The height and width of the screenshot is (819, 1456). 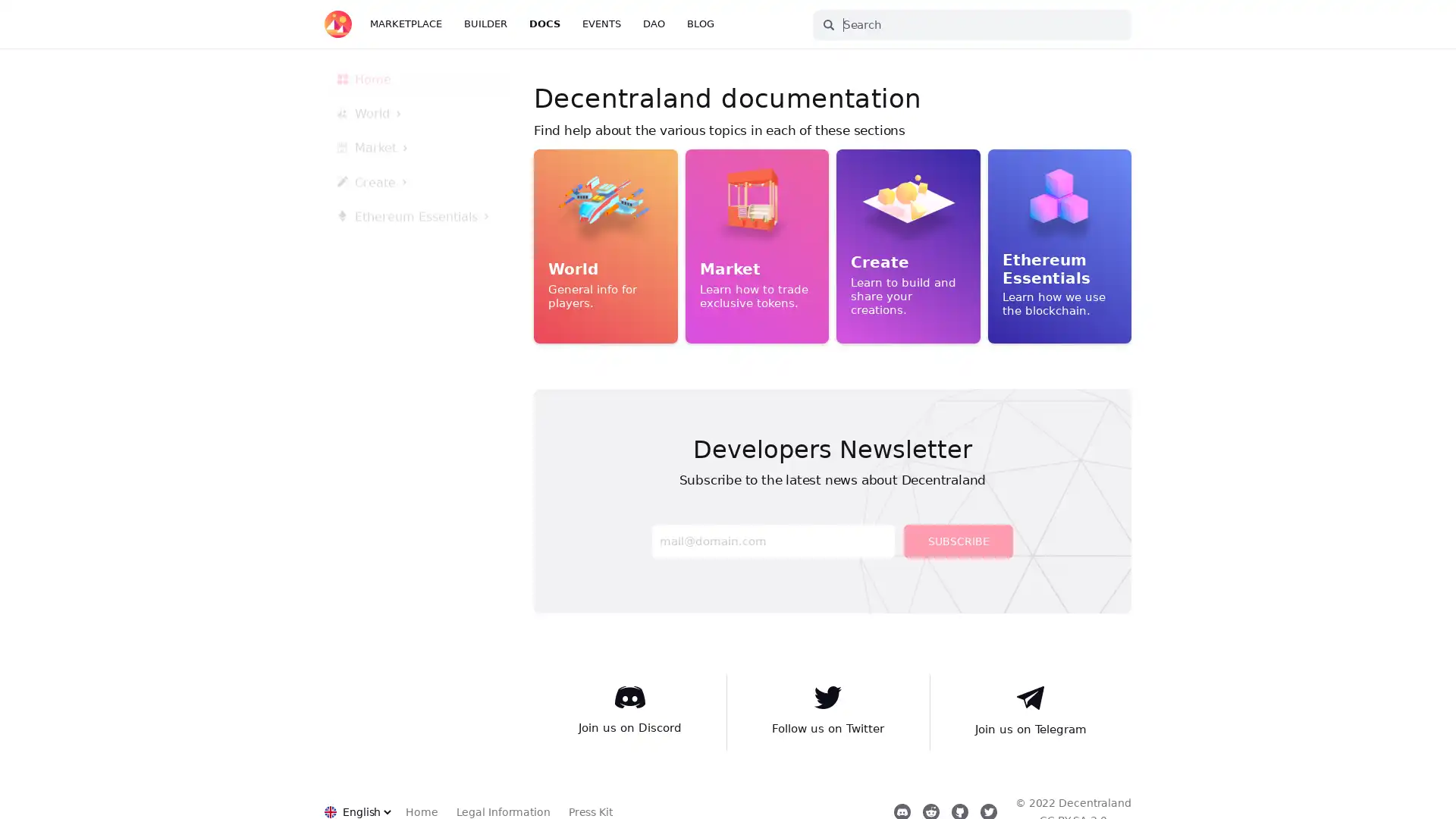 I want to click on SUBSCRIBE, so click(x=957, y=540).